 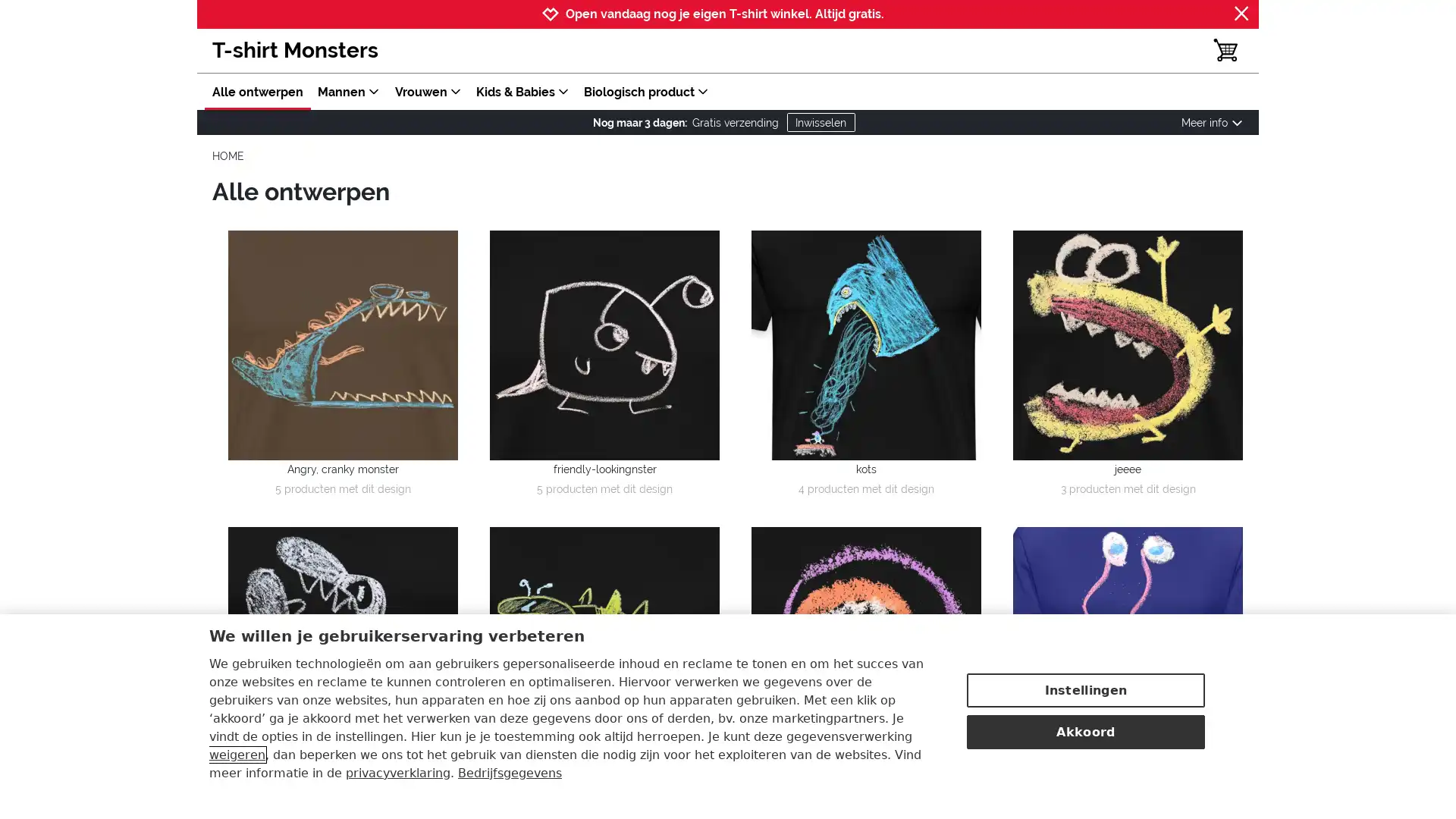 I want to click on longster - Mannen Premium T-shirt, so click(x=1128, y=642).